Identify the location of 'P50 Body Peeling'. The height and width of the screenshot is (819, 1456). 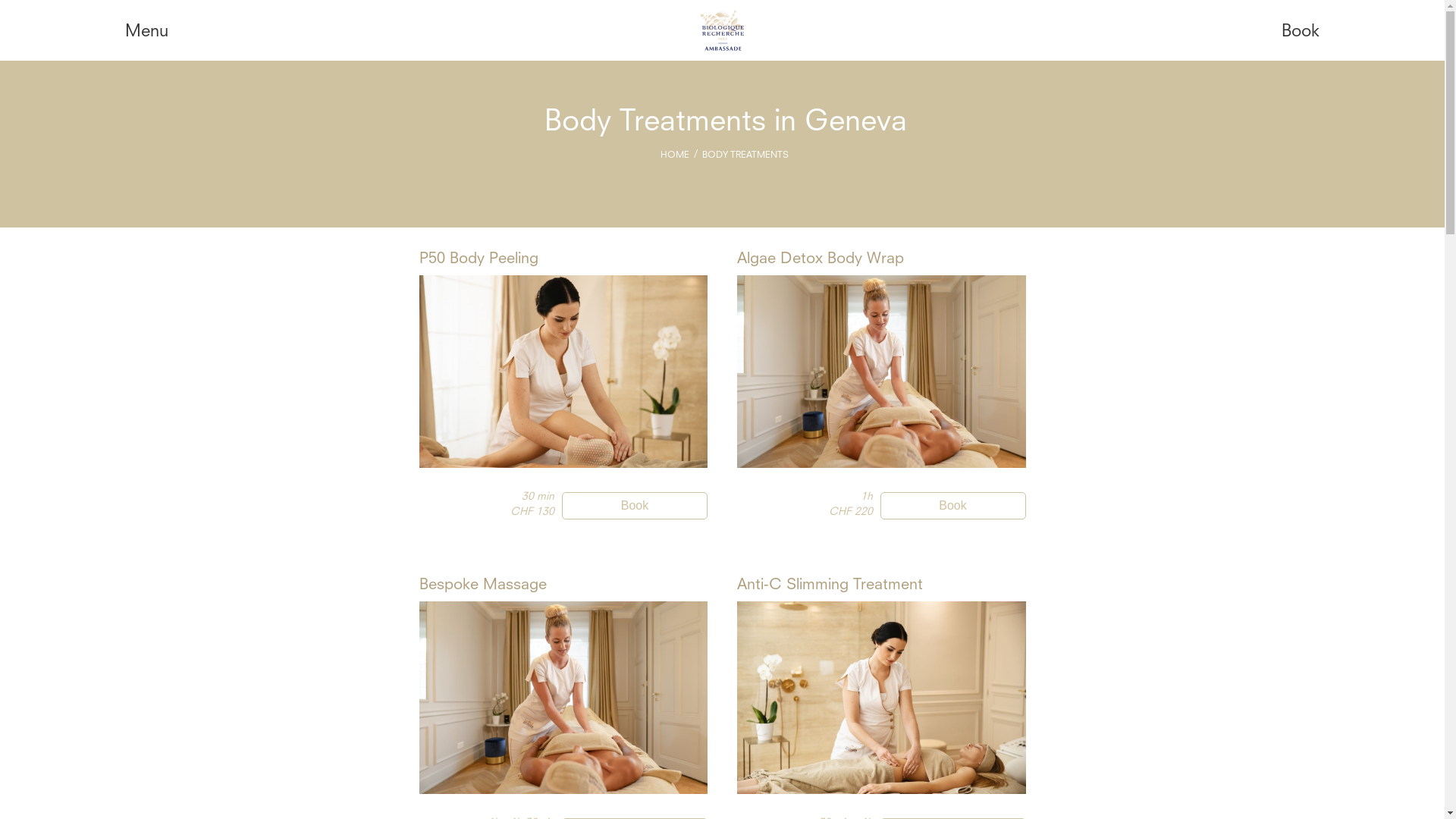
(477, 259).